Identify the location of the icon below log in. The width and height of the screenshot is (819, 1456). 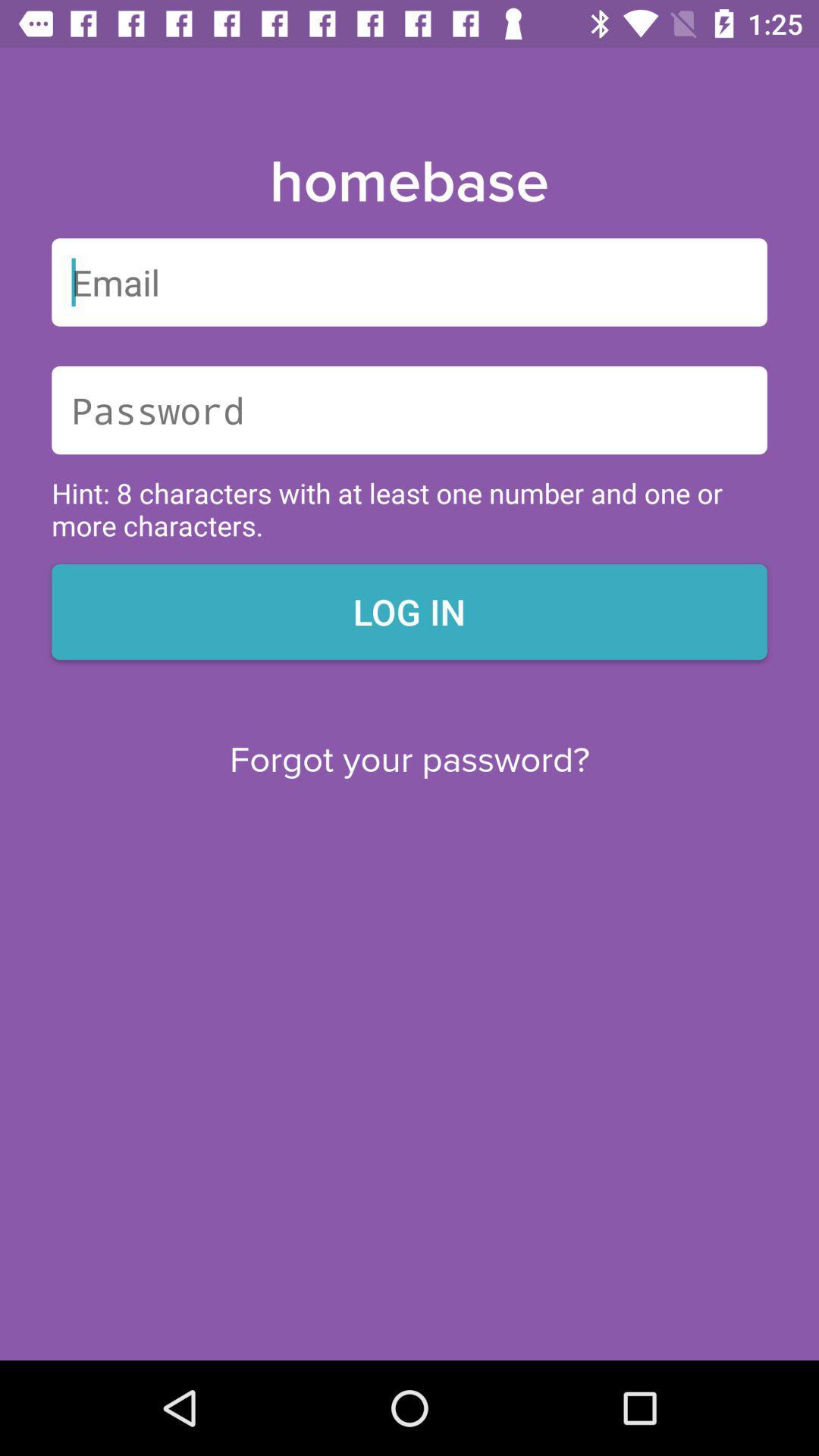
(409, 761).